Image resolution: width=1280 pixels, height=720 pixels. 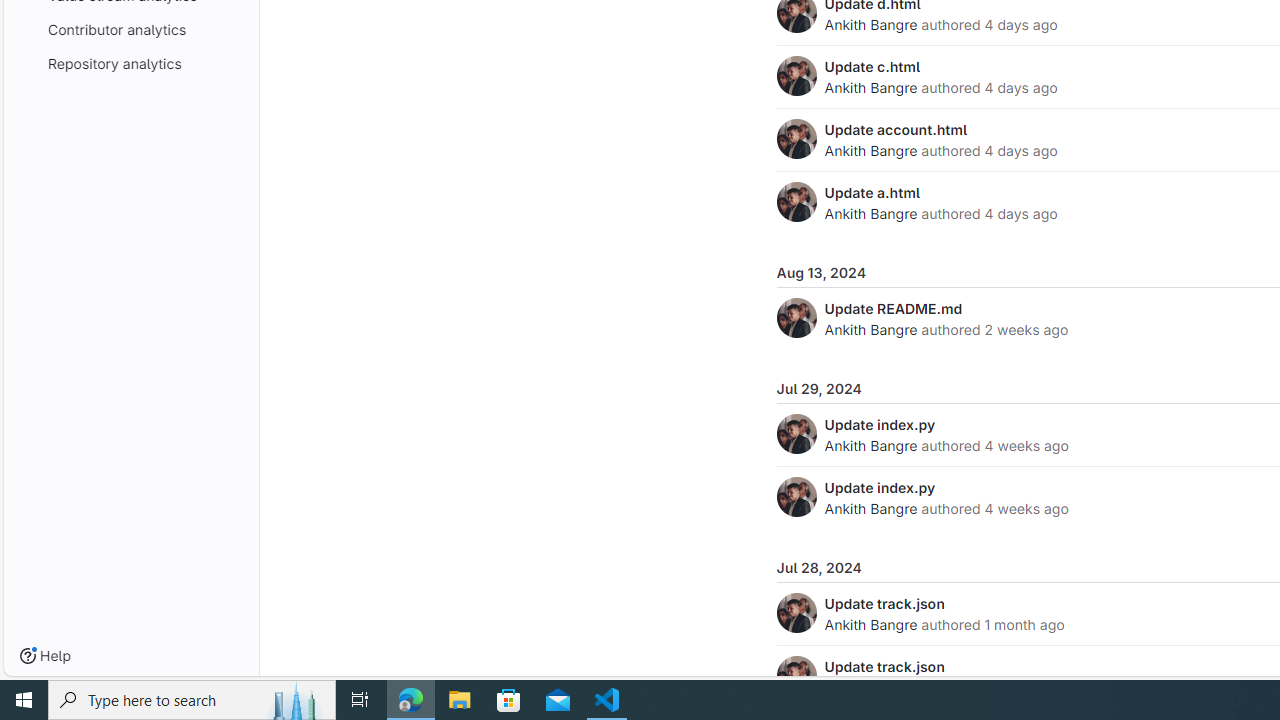 I want to click on 'Repository analytics', so click(x=130, y=61).